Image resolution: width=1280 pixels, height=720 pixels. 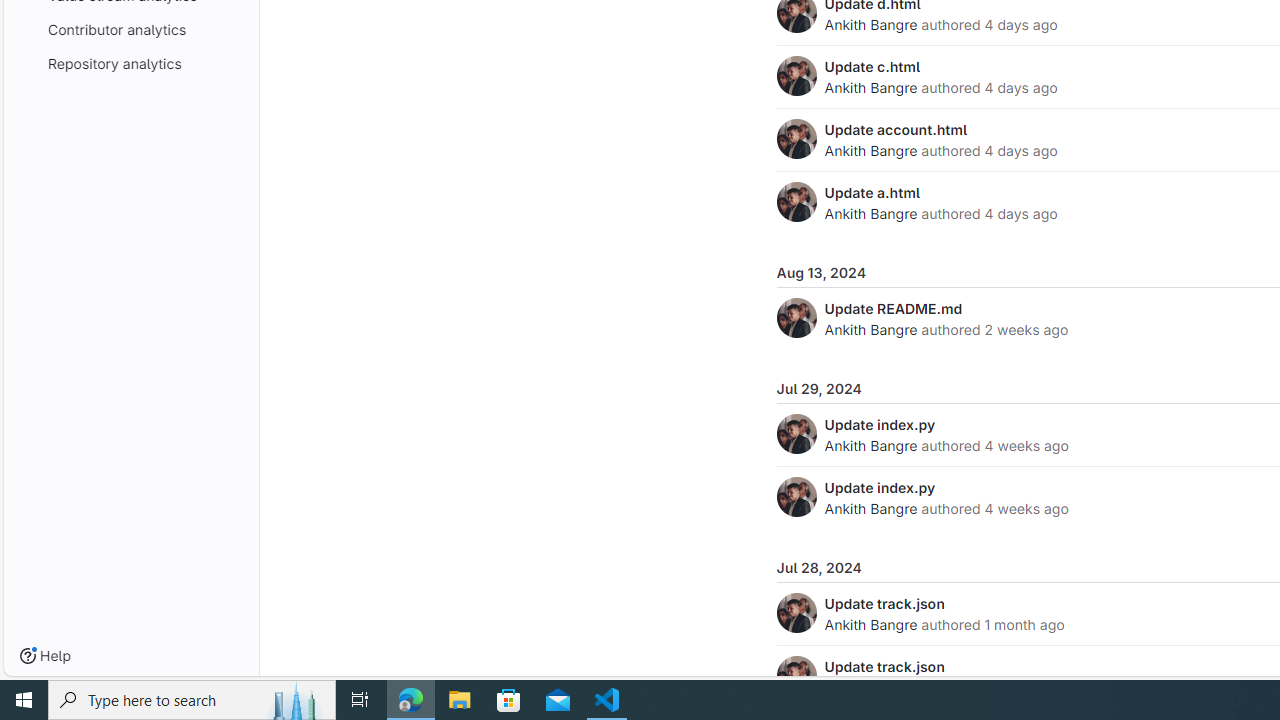 I want to click on 'Repository analytics', so click(x=130, y=61).